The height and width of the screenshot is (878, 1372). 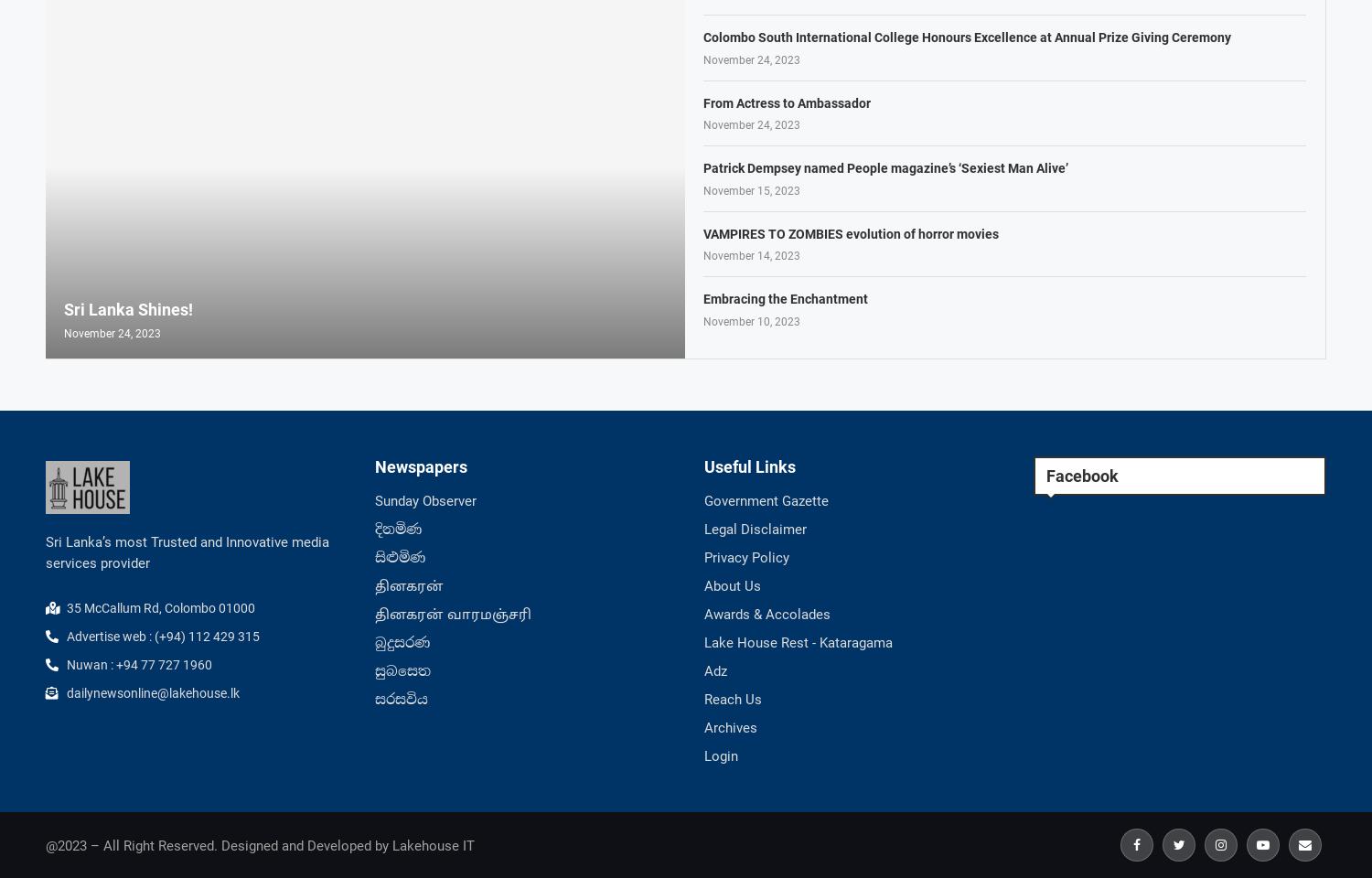 What do you see at coordinates (745, 556) in the screenshot?
I see `'Privacy Policy'` at bounding box center [745, 556].